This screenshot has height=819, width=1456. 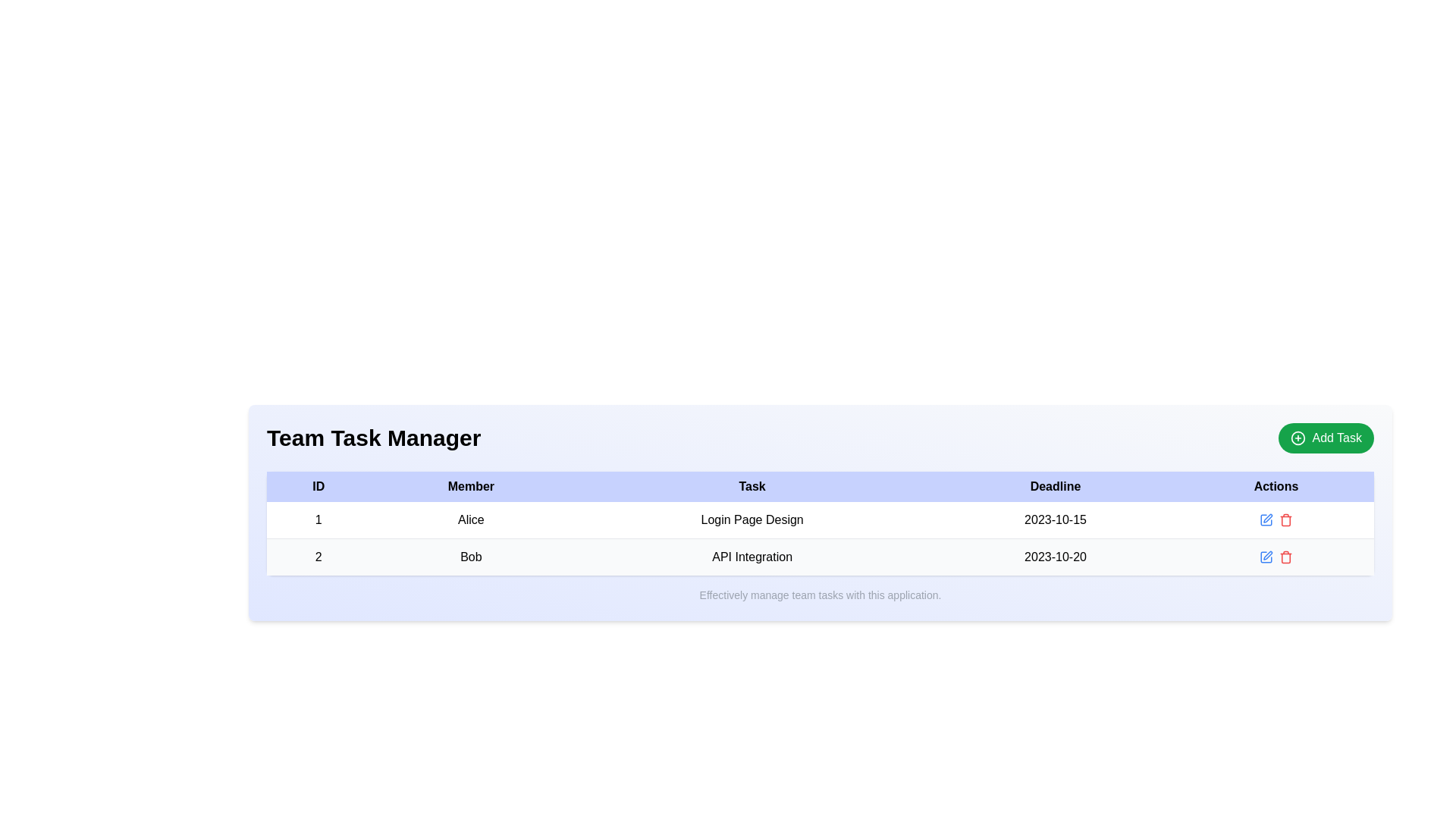 What do you see at coordinates (1298, 438) in the screenshot?
I see `the central circular icon of the 'Add Task' button located at the top-right corner of the user interface` at bounding box center [1298, 438].